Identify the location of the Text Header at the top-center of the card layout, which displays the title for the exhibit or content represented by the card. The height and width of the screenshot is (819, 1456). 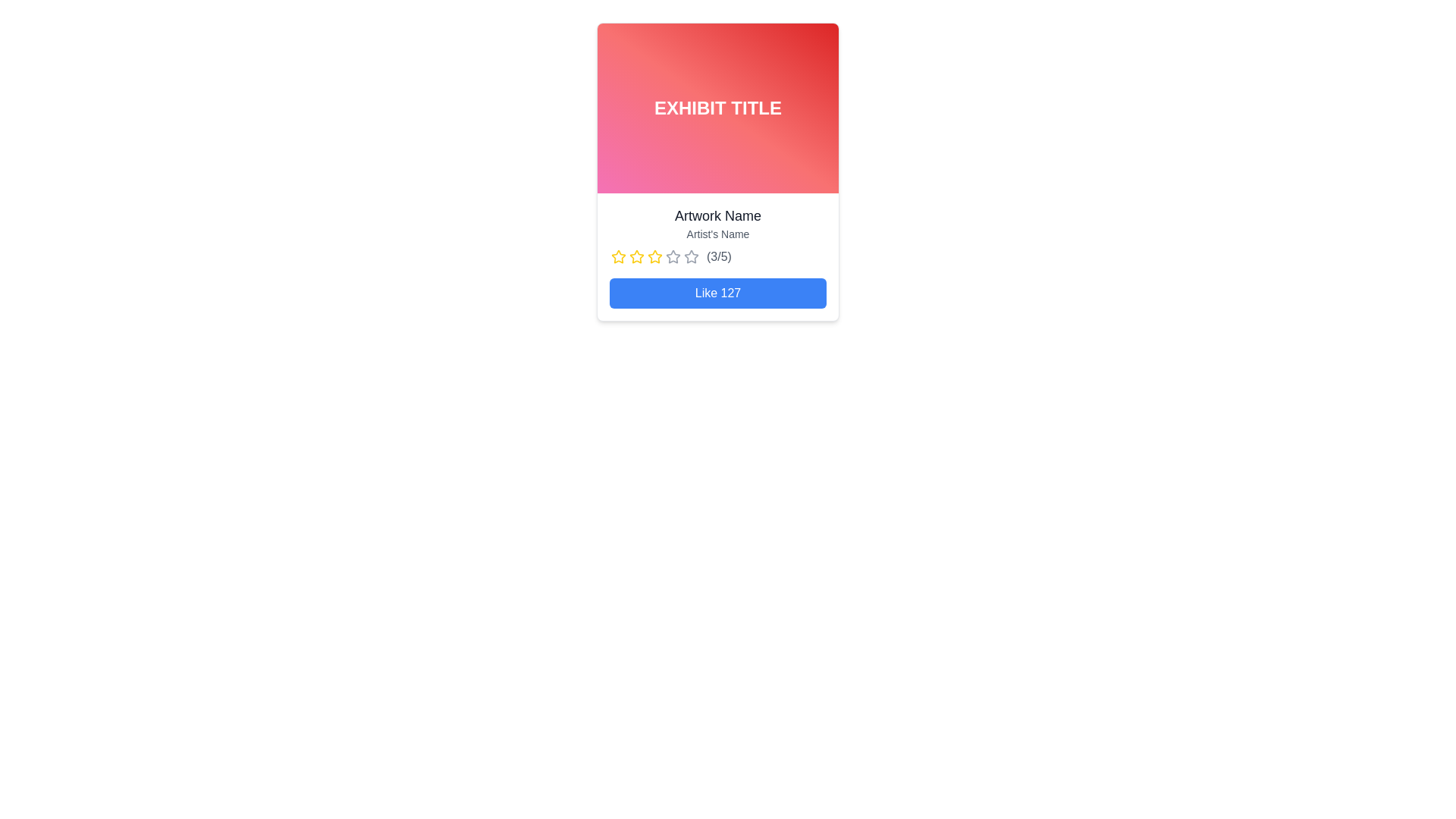
(717, 107).